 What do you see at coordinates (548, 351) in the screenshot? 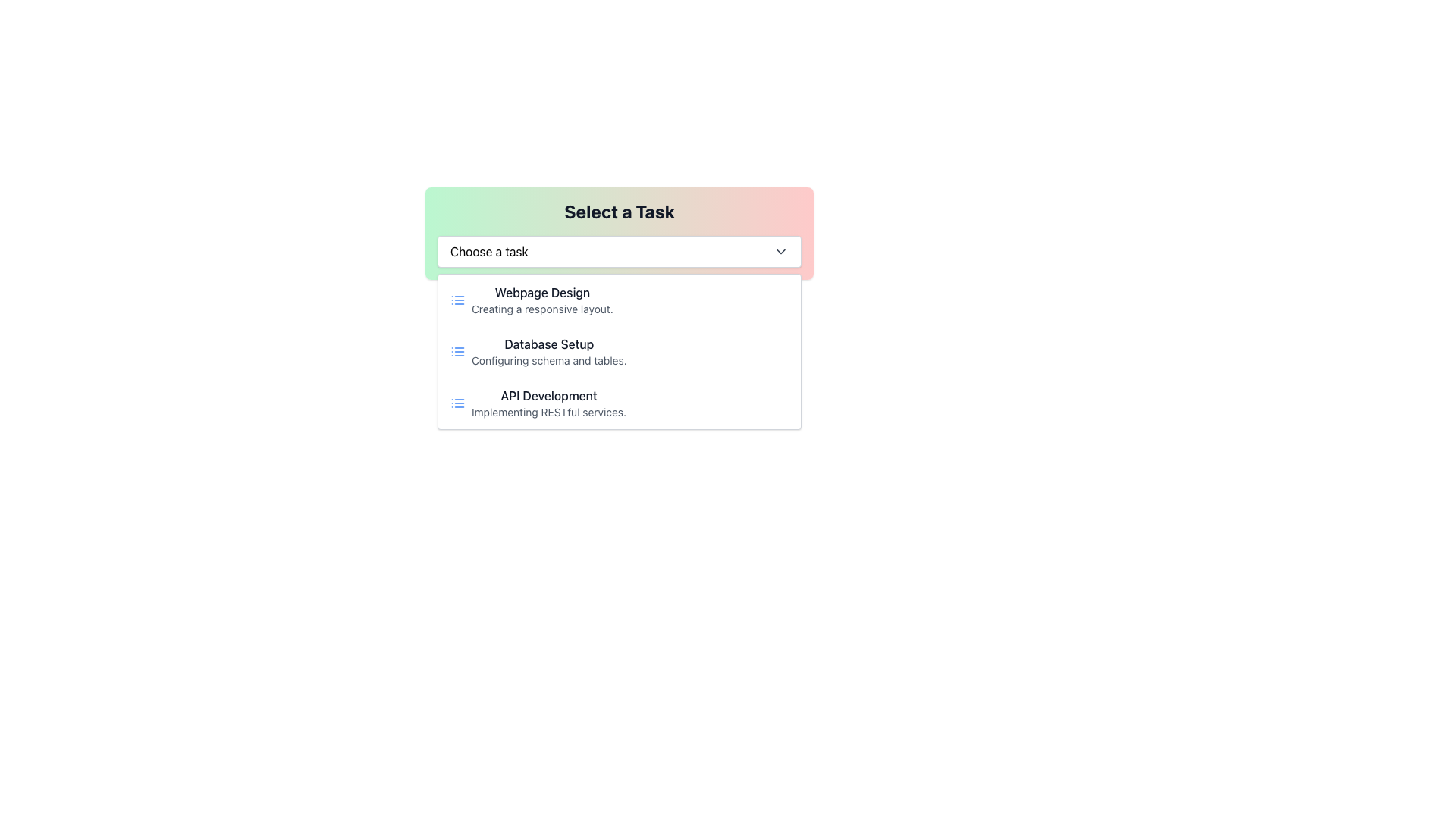
I see `the 'Database Setup' menu option` at bounding box center [548, 351].